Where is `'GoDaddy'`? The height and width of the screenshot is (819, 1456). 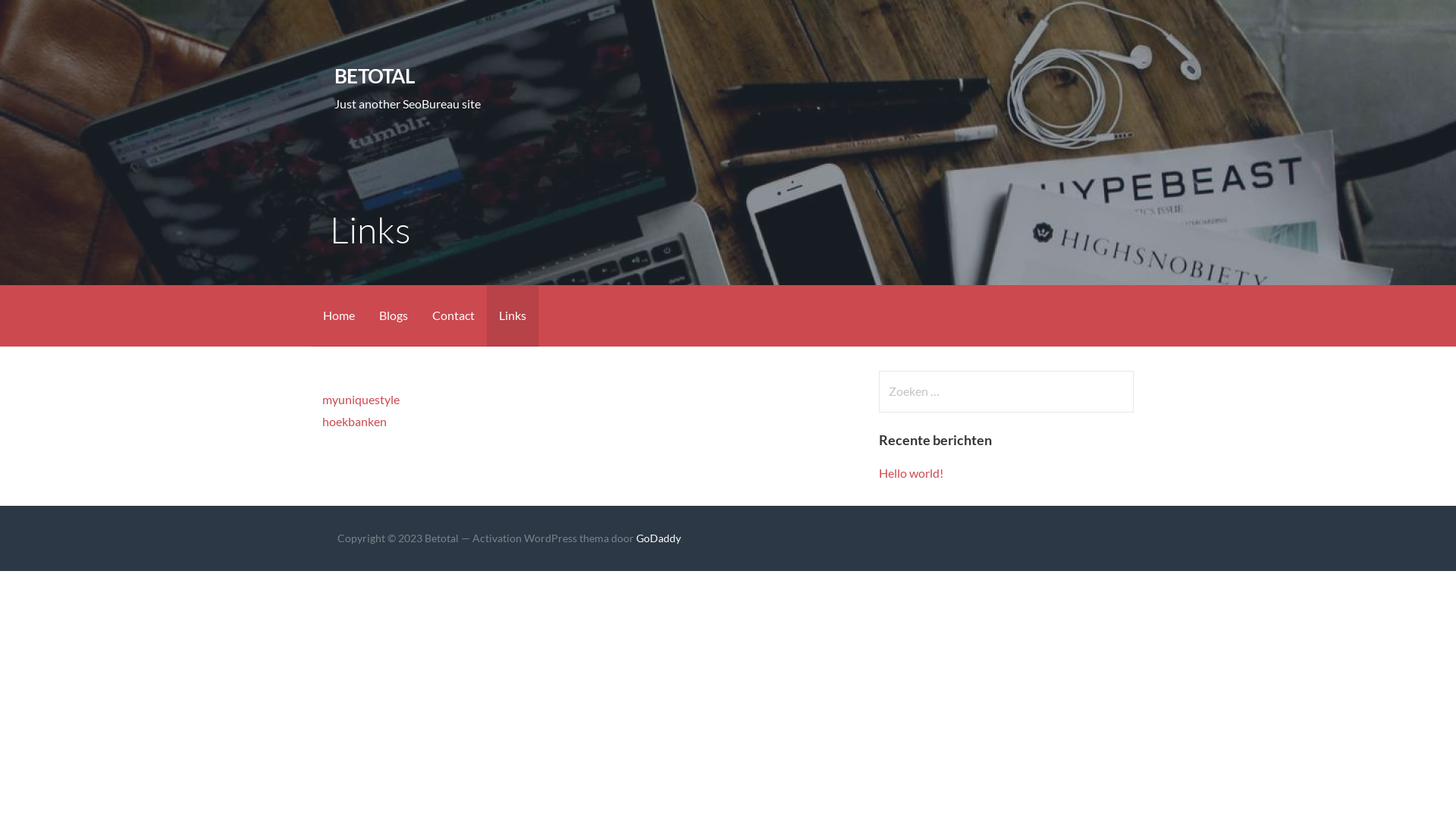
'GoDaddy' is located at coordinates (658, 537).